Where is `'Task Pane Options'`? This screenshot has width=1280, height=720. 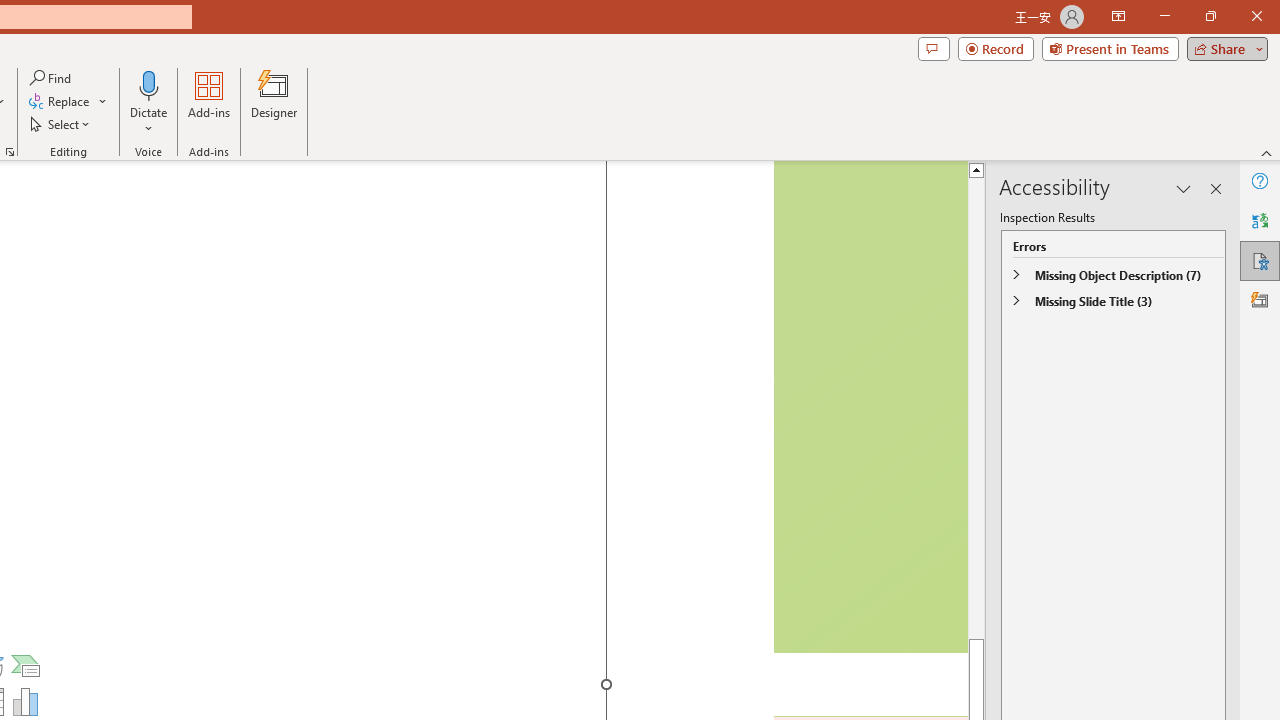 'Task Pane Options' is located at coordinates (1184, 189).